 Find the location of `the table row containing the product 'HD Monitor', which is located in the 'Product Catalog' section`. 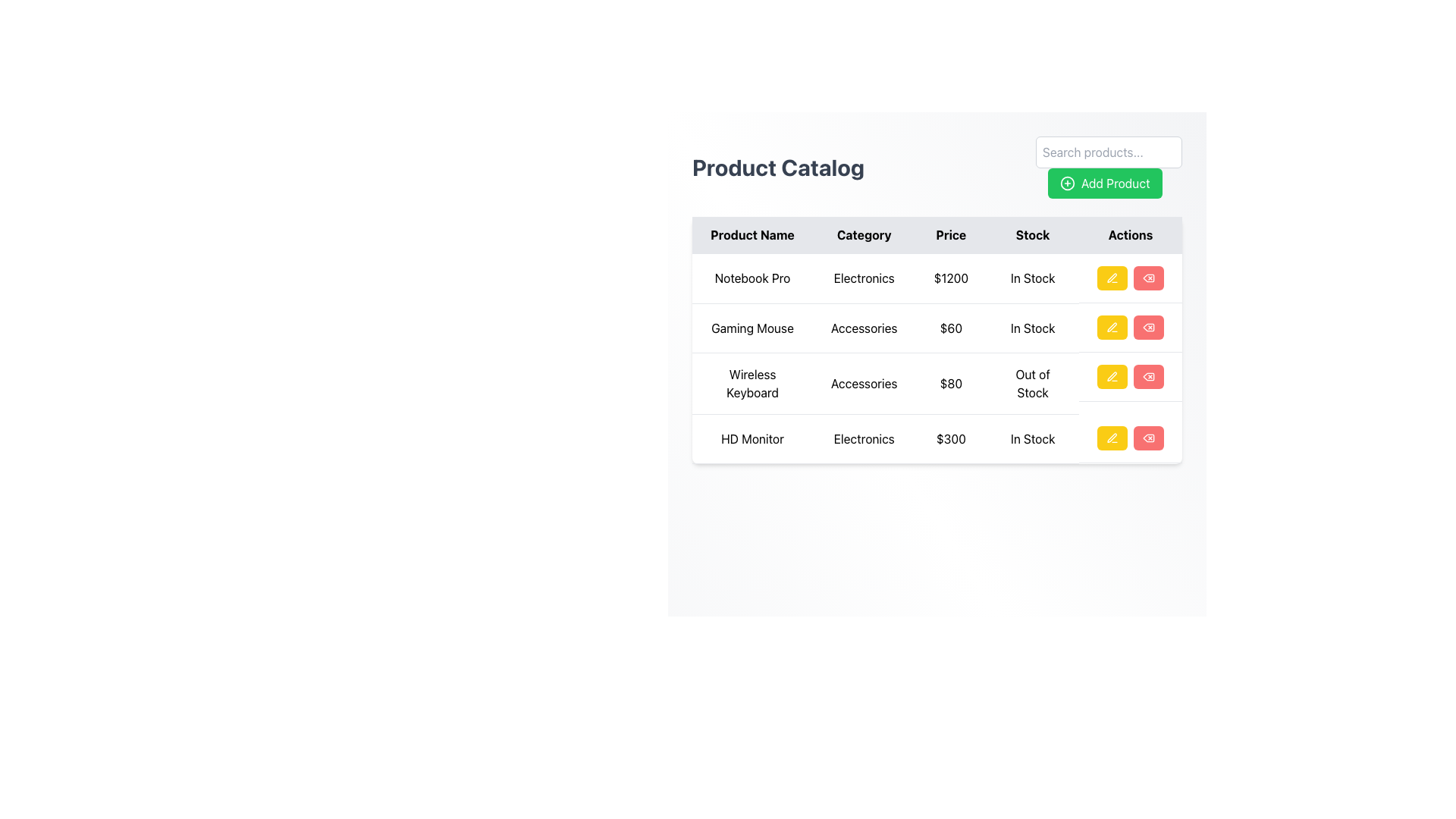

the table row containing the product 'HD Monitor', which is located in the 'Product Catalog' section is located at coordinates (937, 438).